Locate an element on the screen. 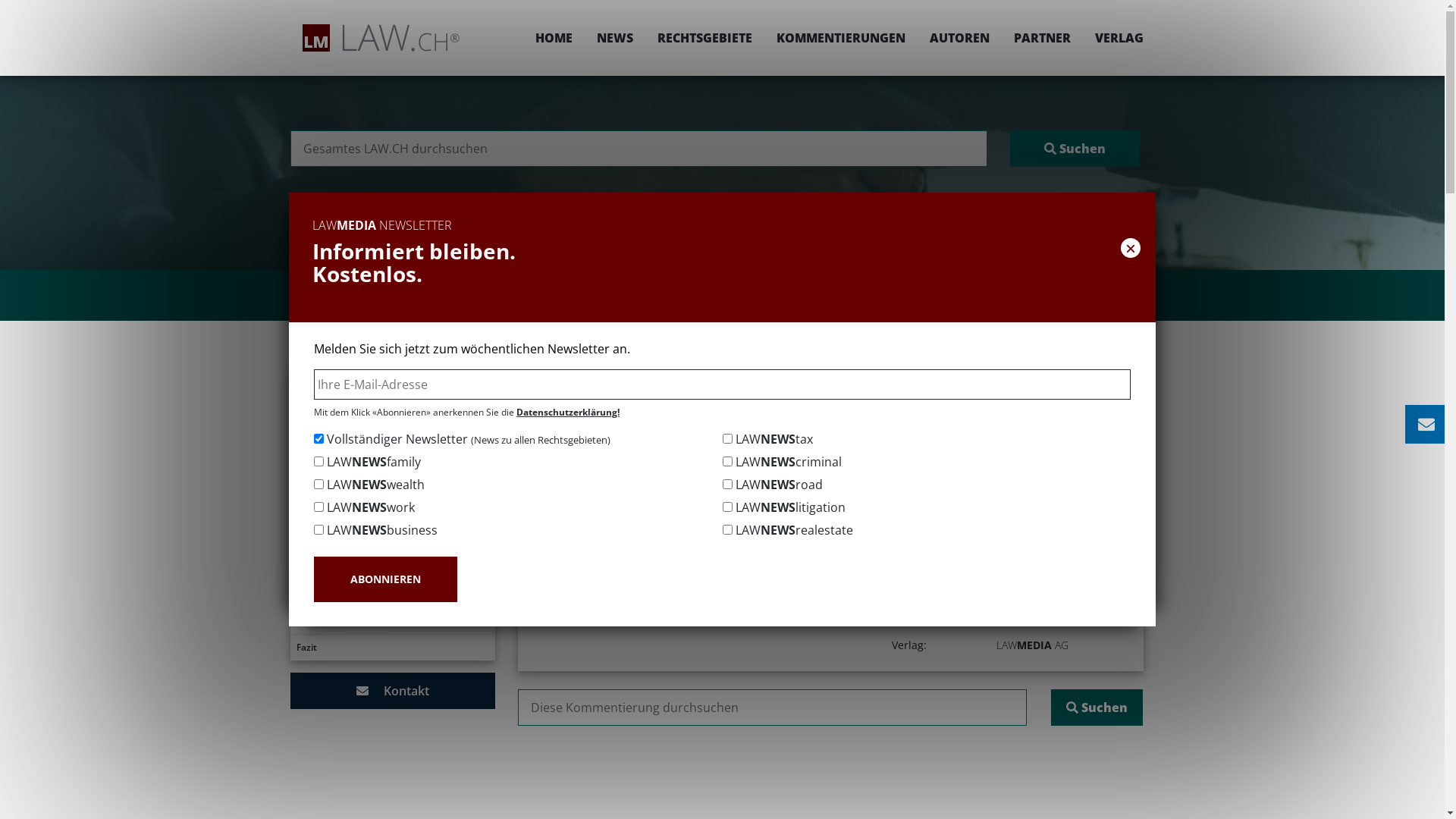 The image size is (1456, 819). 'VERLAG' is located at coordinates (1113, 37).